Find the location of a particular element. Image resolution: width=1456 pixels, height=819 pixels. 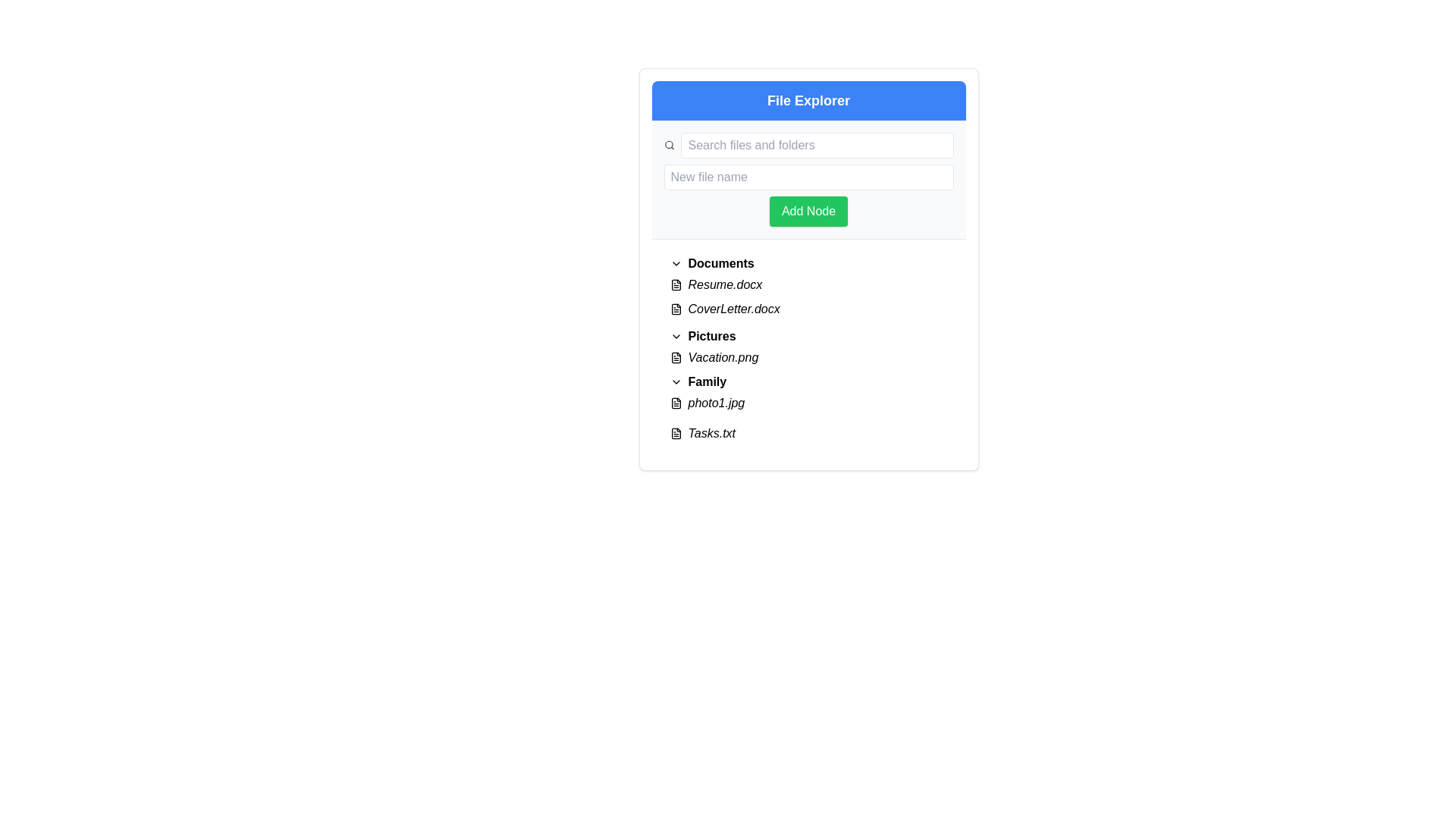

the file entry labeled 'Tasks.txt' in the file explorer is located at coordinates (808, 433).